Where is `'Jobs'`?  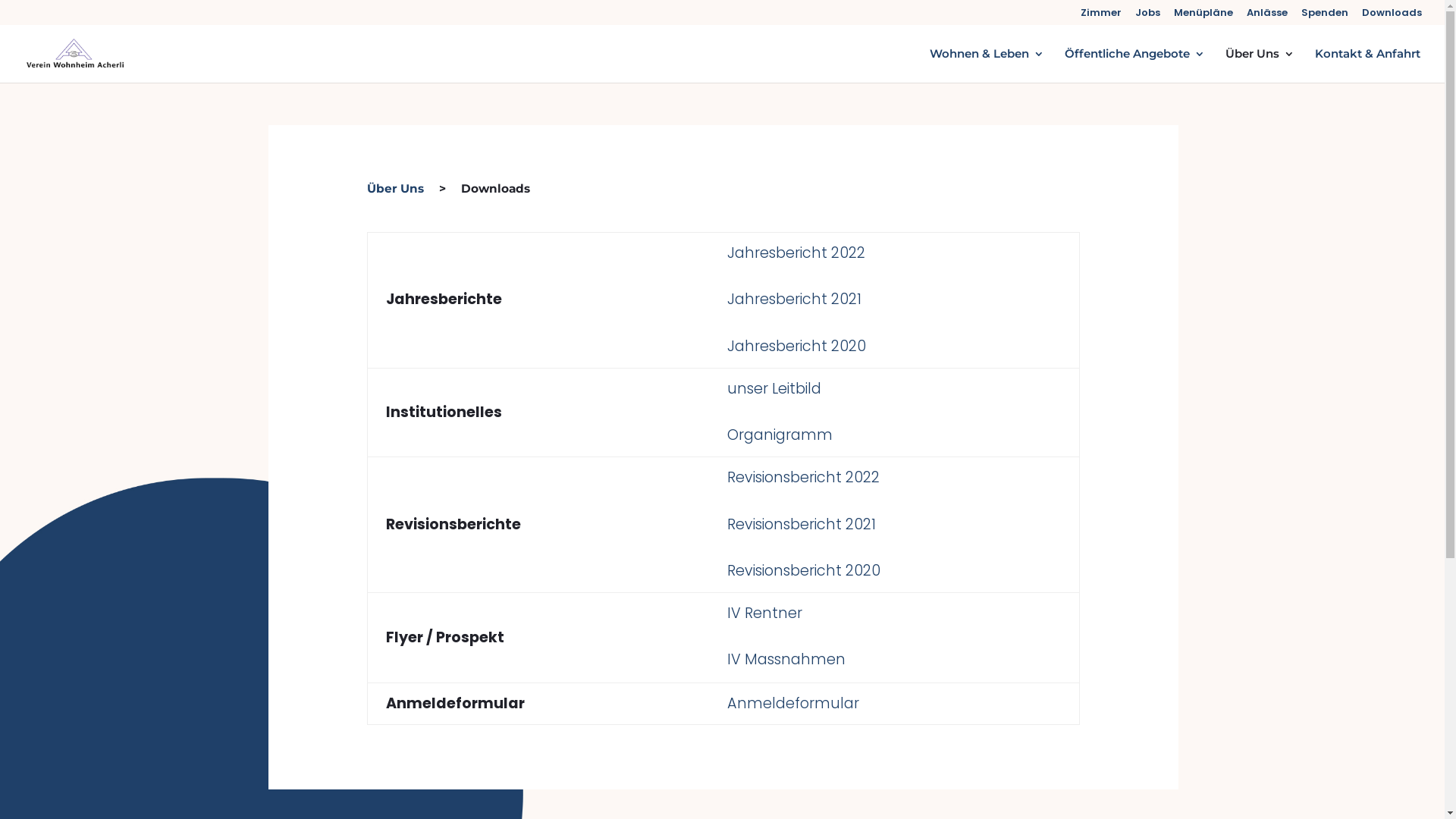
'Jobs' is located at coordinates (1147, 16).